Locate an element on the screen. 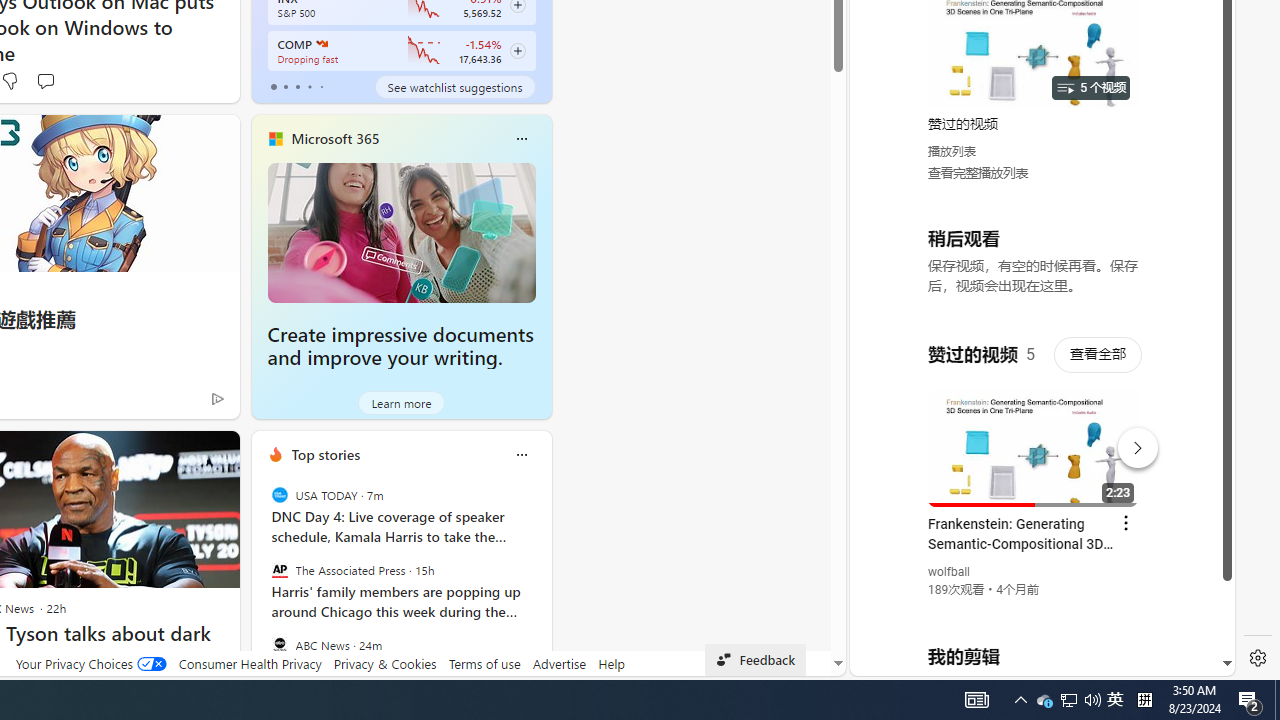 This screenshot has width=1280, height=720. 'Create impressive documents and improve your writing.' is located at coordinates (400, 231).